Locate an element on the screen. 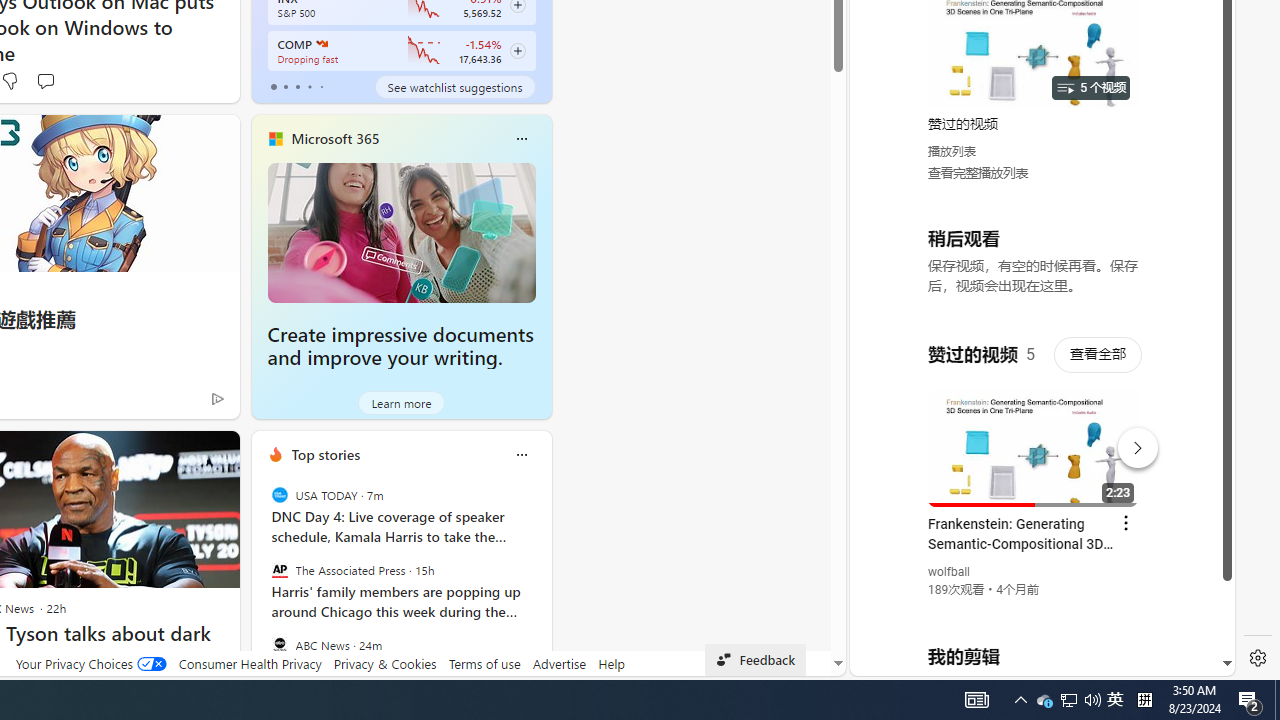 This screenshot has width=1280, height=720. 'Create impressive documents and improve your writing.' is located at coordinates (400, 231).